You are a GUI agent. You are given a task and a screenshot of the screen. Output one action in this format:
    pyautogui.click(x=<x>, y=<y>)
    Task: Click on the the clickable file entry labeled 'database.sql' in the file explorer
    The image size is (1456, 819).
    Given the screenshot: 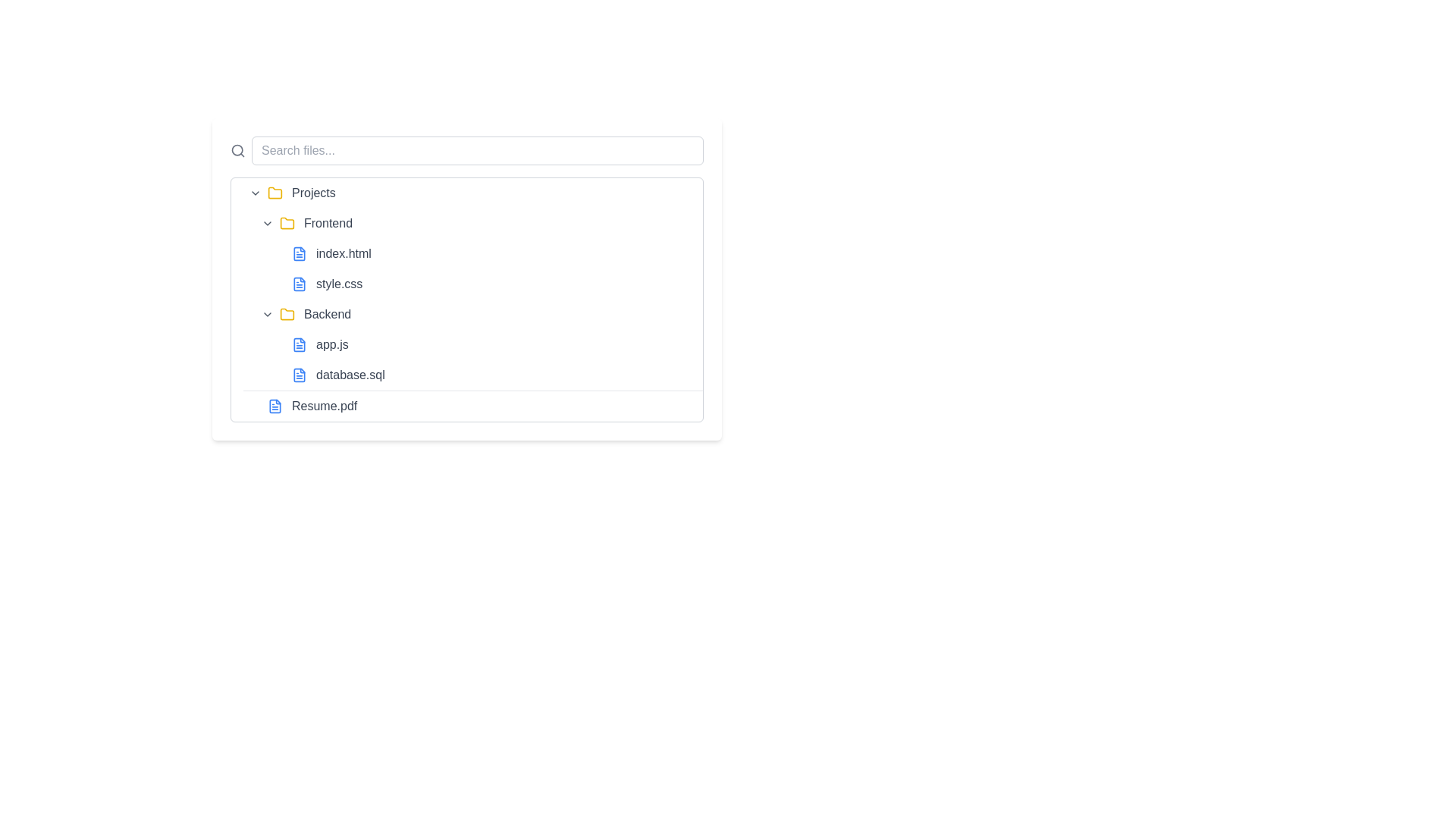 What is the action you would take?
    pyautogui.click(x=484, y=375)
    